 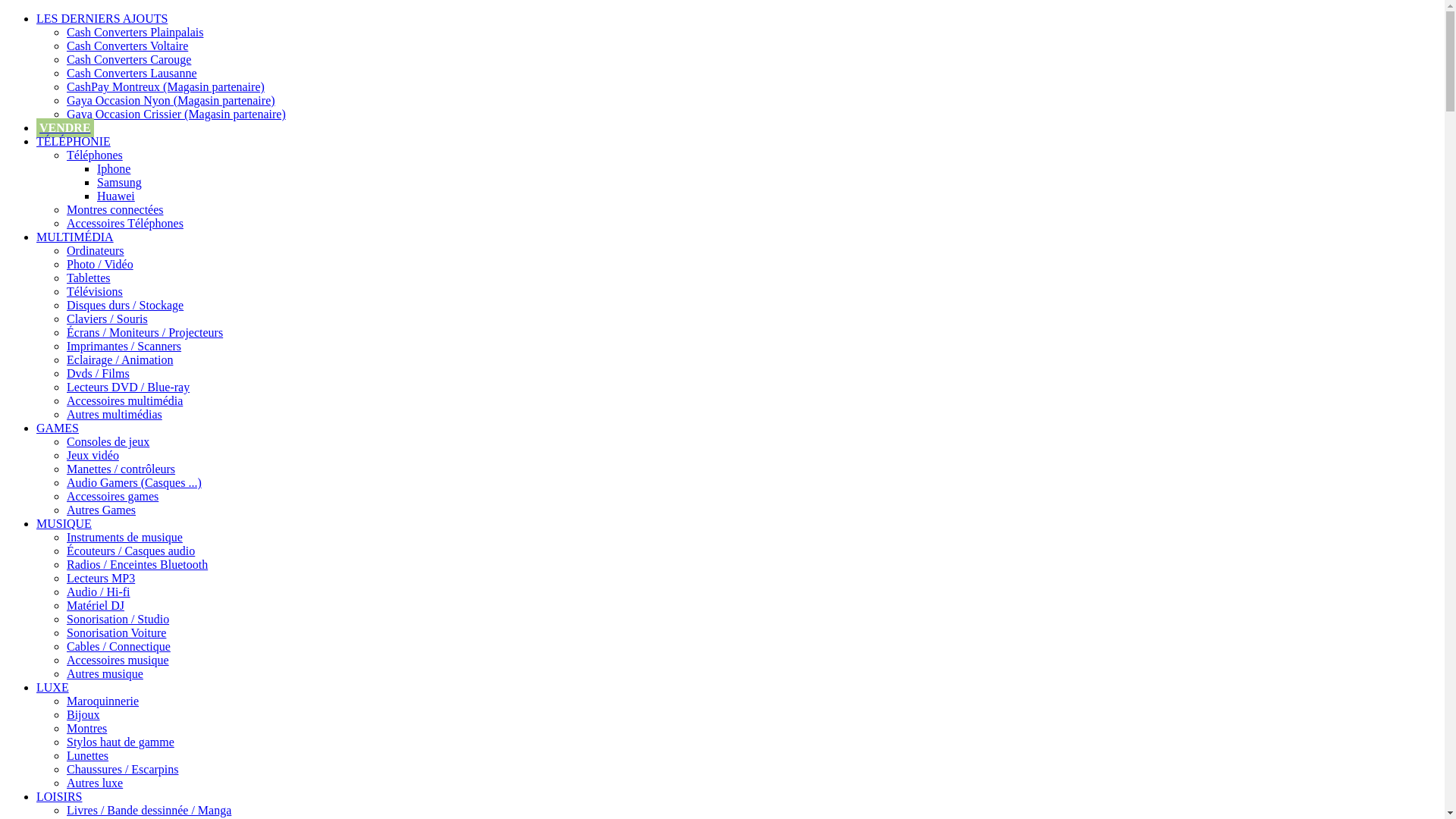 I want to click on 'Dvds / Films', so click(x=97, y=373).